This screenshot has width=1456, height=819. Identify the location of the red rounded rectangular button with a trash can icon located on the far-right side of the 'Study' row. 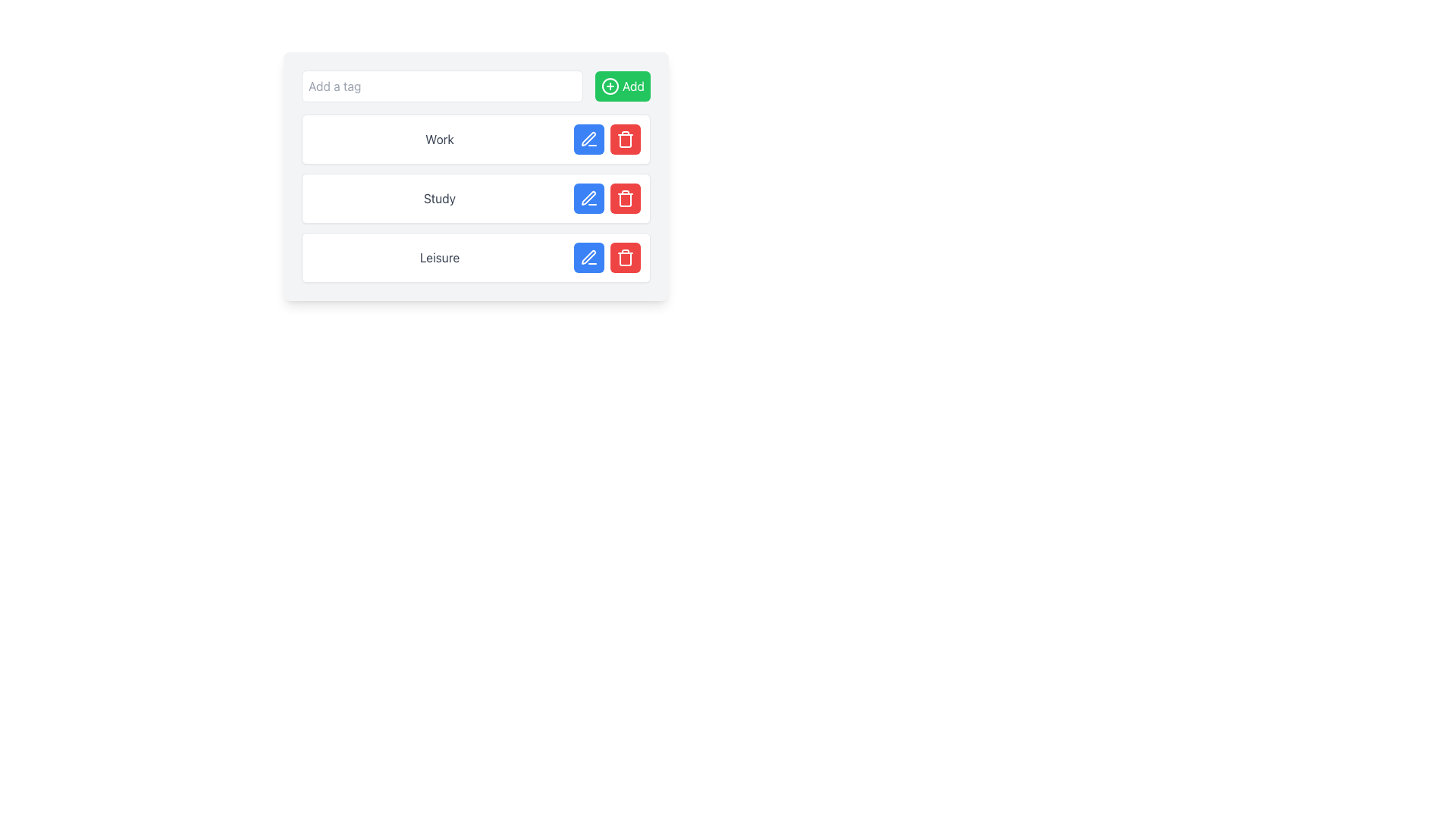
(626, 198).